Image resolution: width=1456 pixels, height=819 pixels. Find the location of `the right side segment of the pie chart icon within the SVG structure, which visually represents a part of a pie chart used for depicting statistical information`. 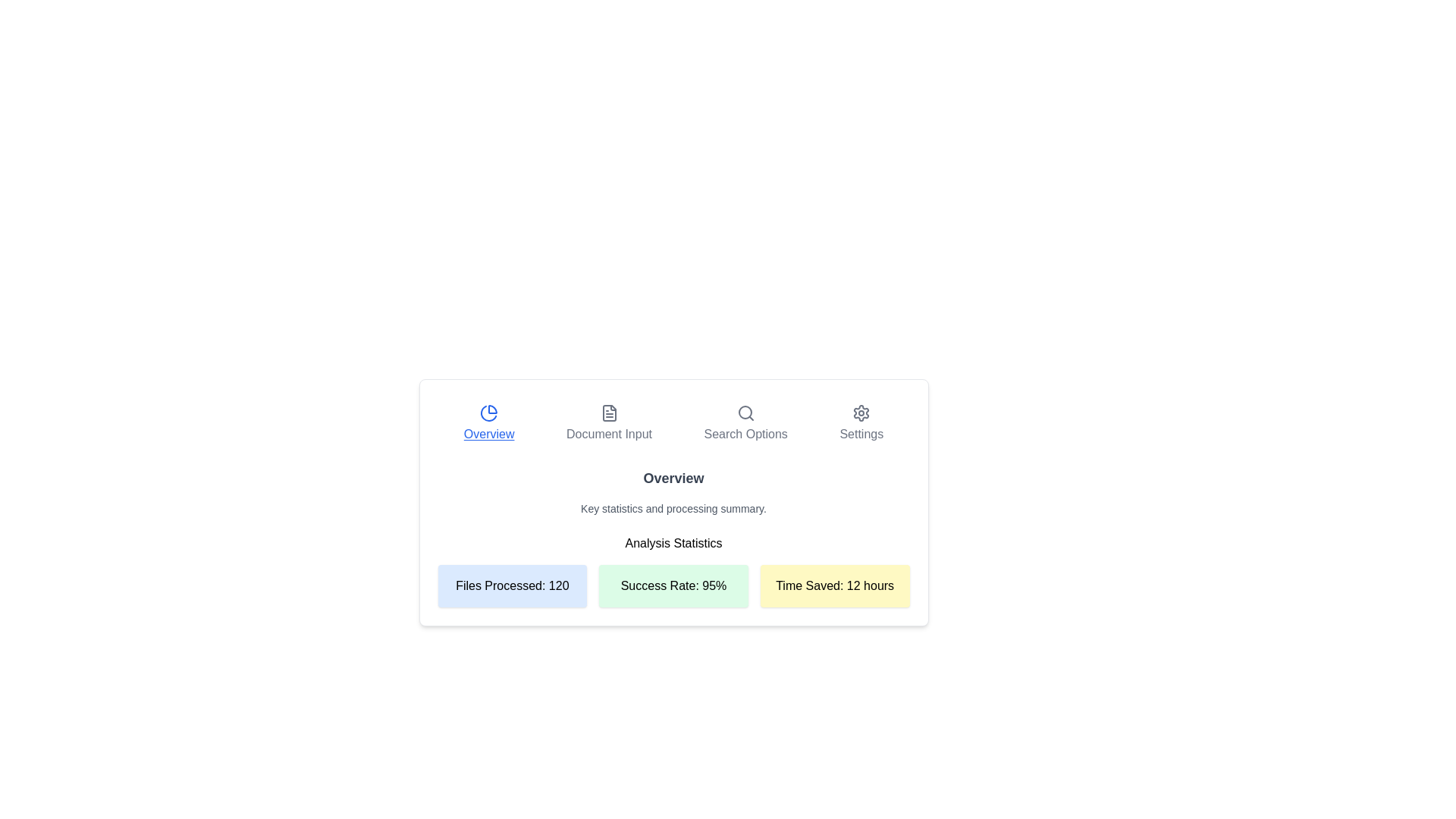

the right side segment of the pie chart icon within the SVG structure, which visually represents a part of a pie chart used for depicting statistical information is located at coordinates (493, 409).